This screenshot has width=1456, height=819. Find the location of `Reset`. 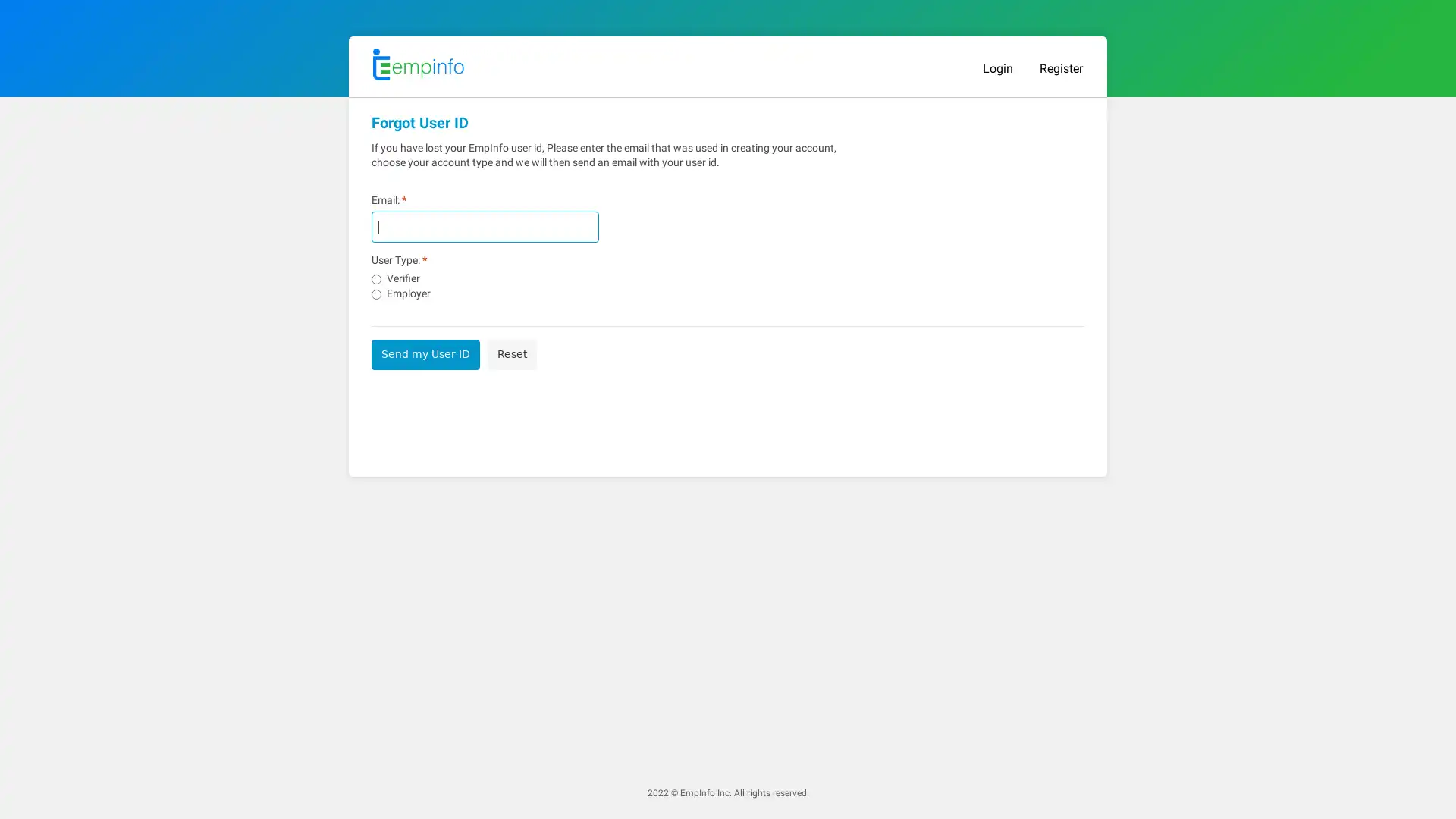

Reset is located at coordinates (512, 353).